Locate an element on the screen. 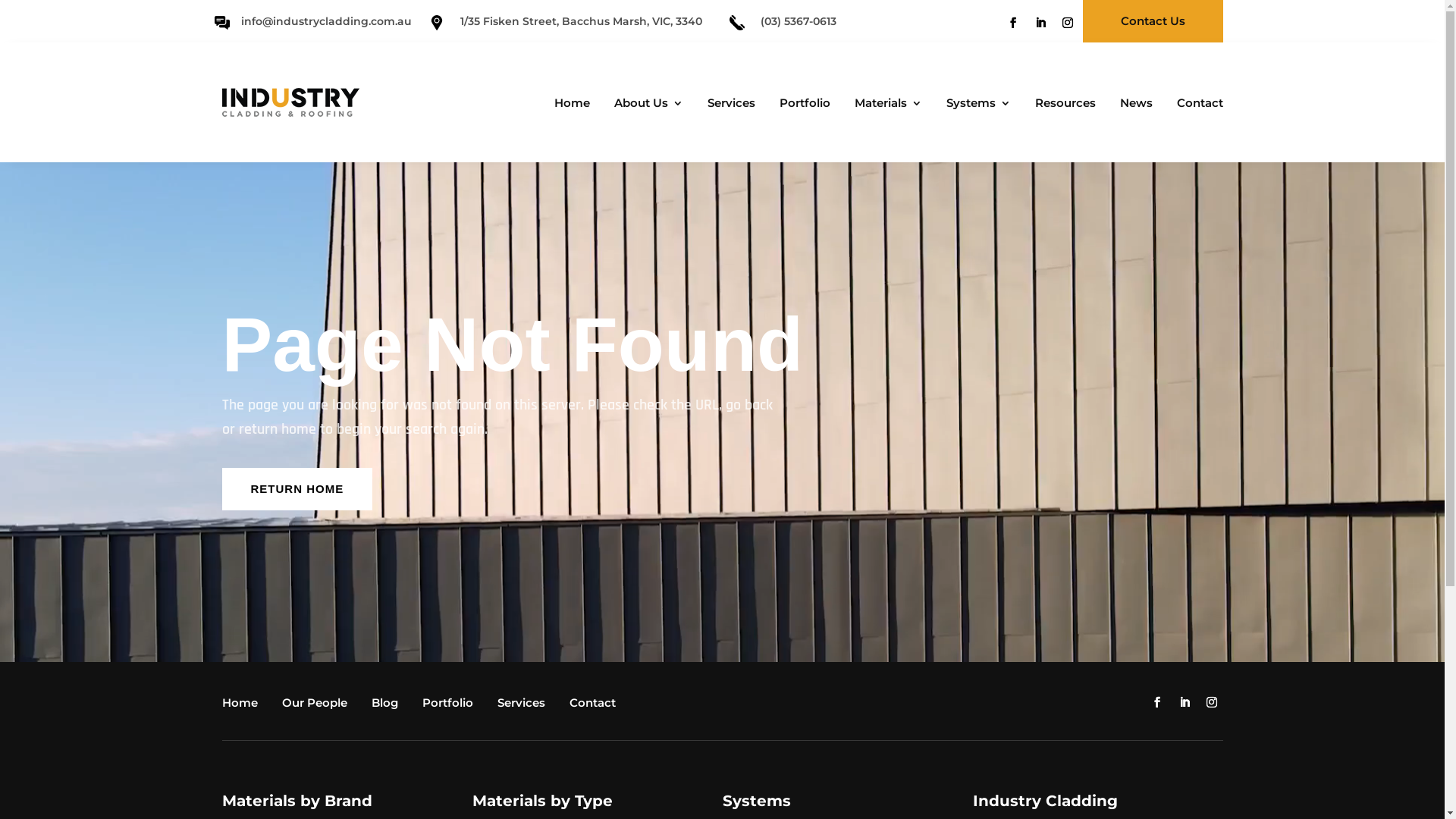 The image size is (1456, 819). 'Logo-Home-Transparent-181' is located at coordinates (290, 102).